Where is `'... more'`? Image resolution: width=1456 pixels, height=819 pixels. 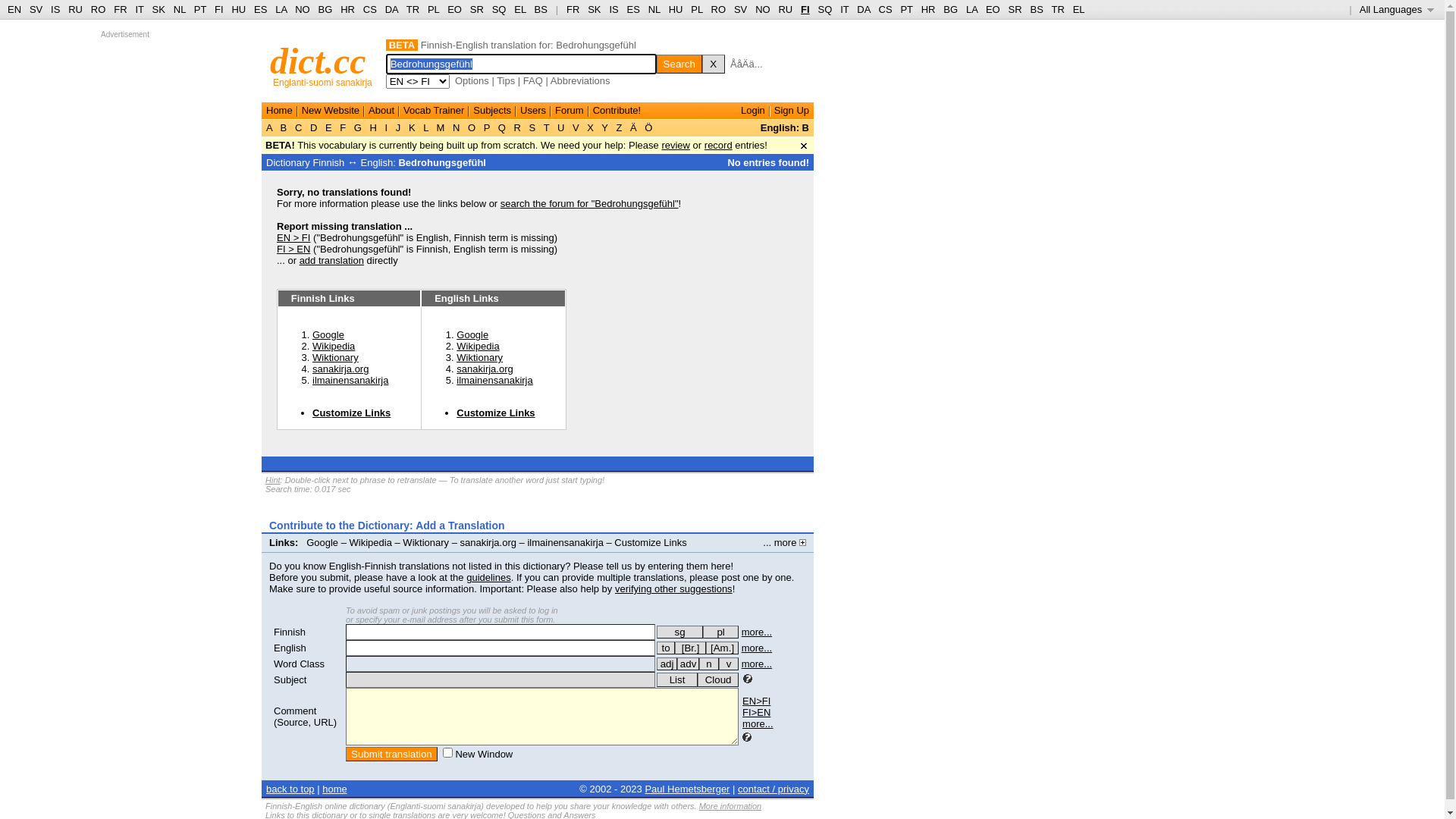 '... more' is located at coordinates (784, 541).